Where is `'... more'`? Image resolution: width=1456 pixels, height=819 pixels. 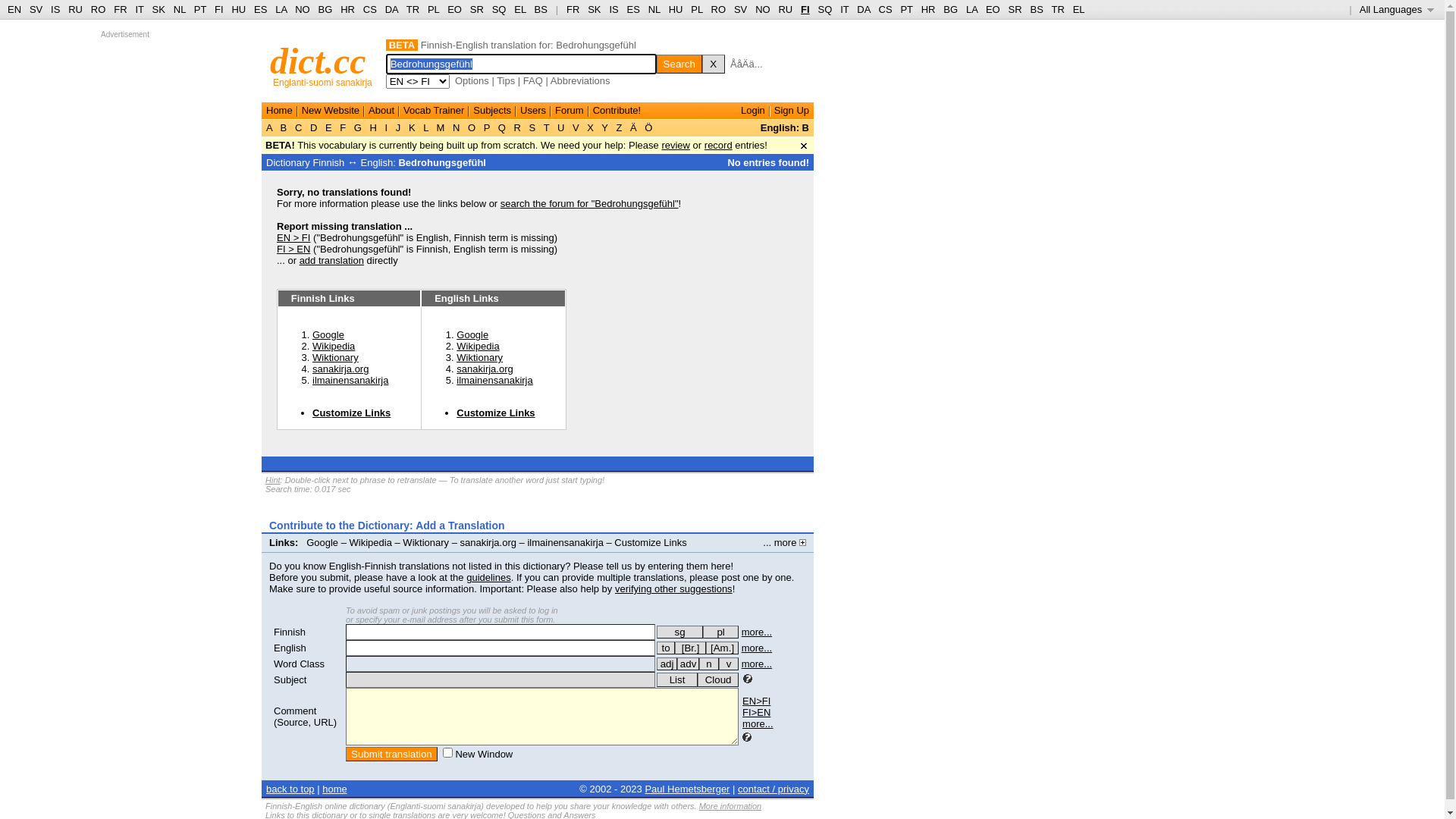 '... more' is located at coordinates (784, 541).